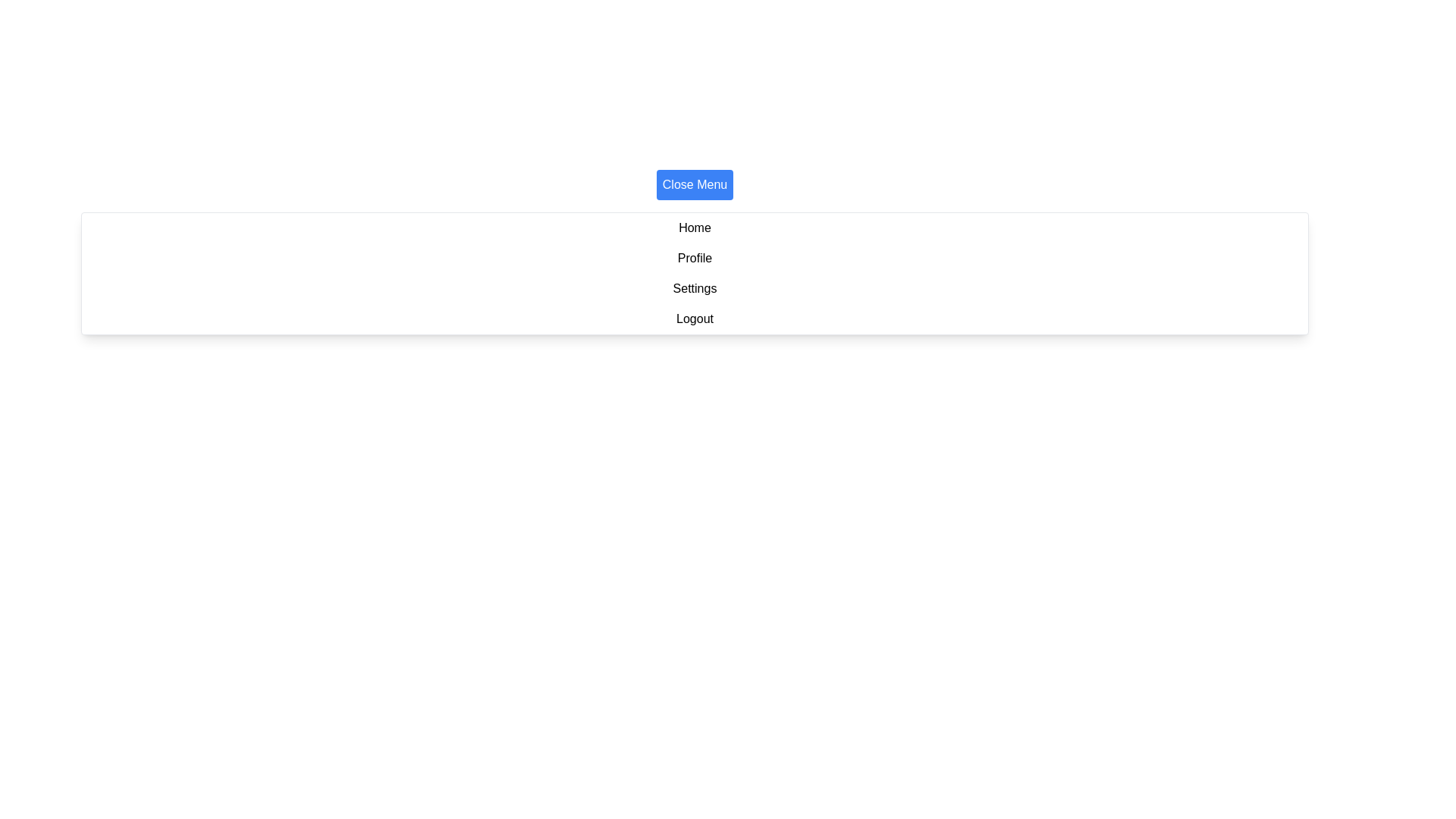 The image size is (1456, 819). I want to click on the 'Settings' text label, which is the third item in a vertical list, styled with padding and a hover effect that changes its background to blue, so click(694, 289).